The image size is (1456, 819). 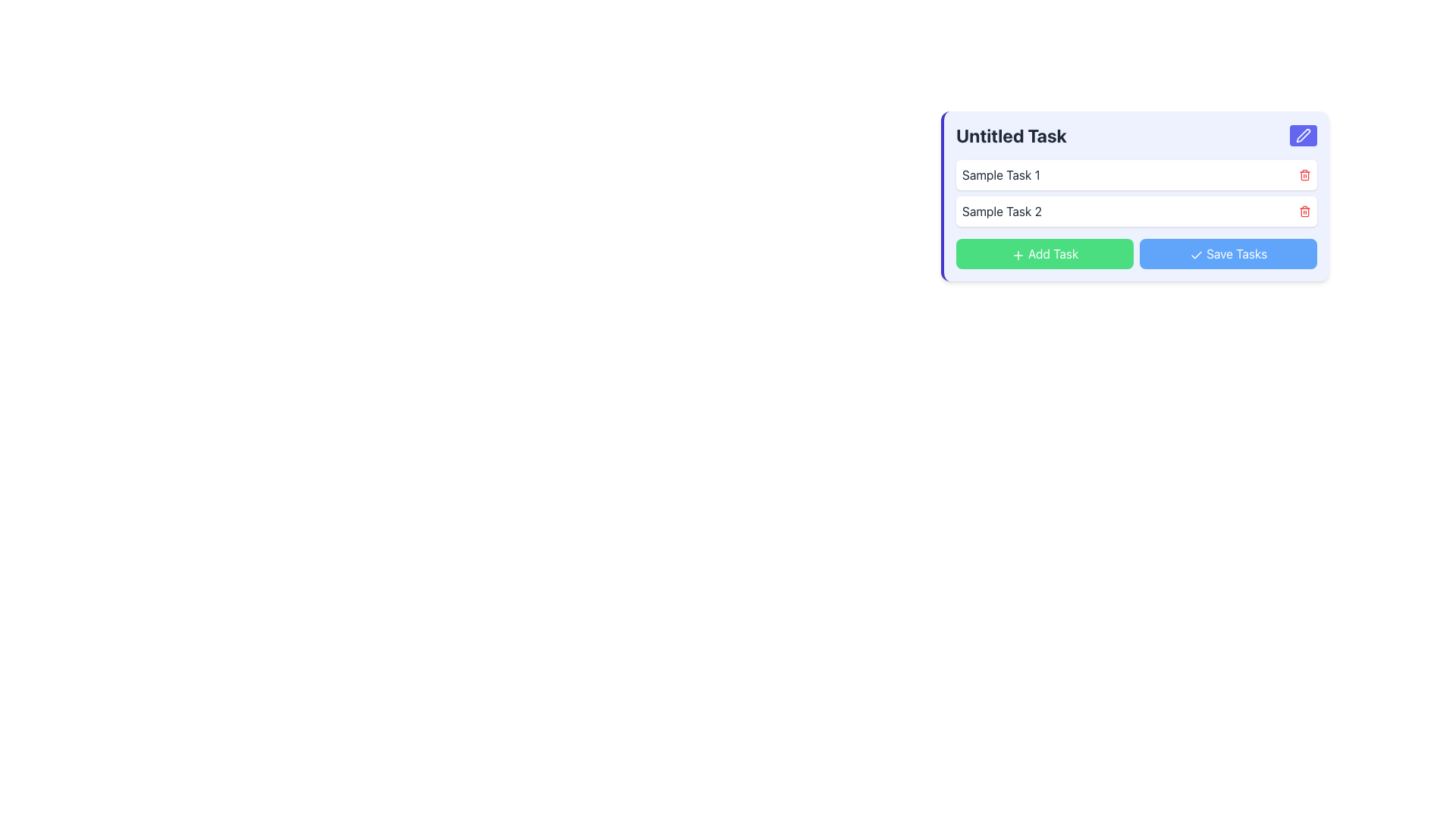 What do you see at coordinates (1018, 254) in the screenshot?
I see `the '+' icon located centrally within the green 'Add Task' button at the bottom left of the interface panel` at bounding box center [1018, 254].